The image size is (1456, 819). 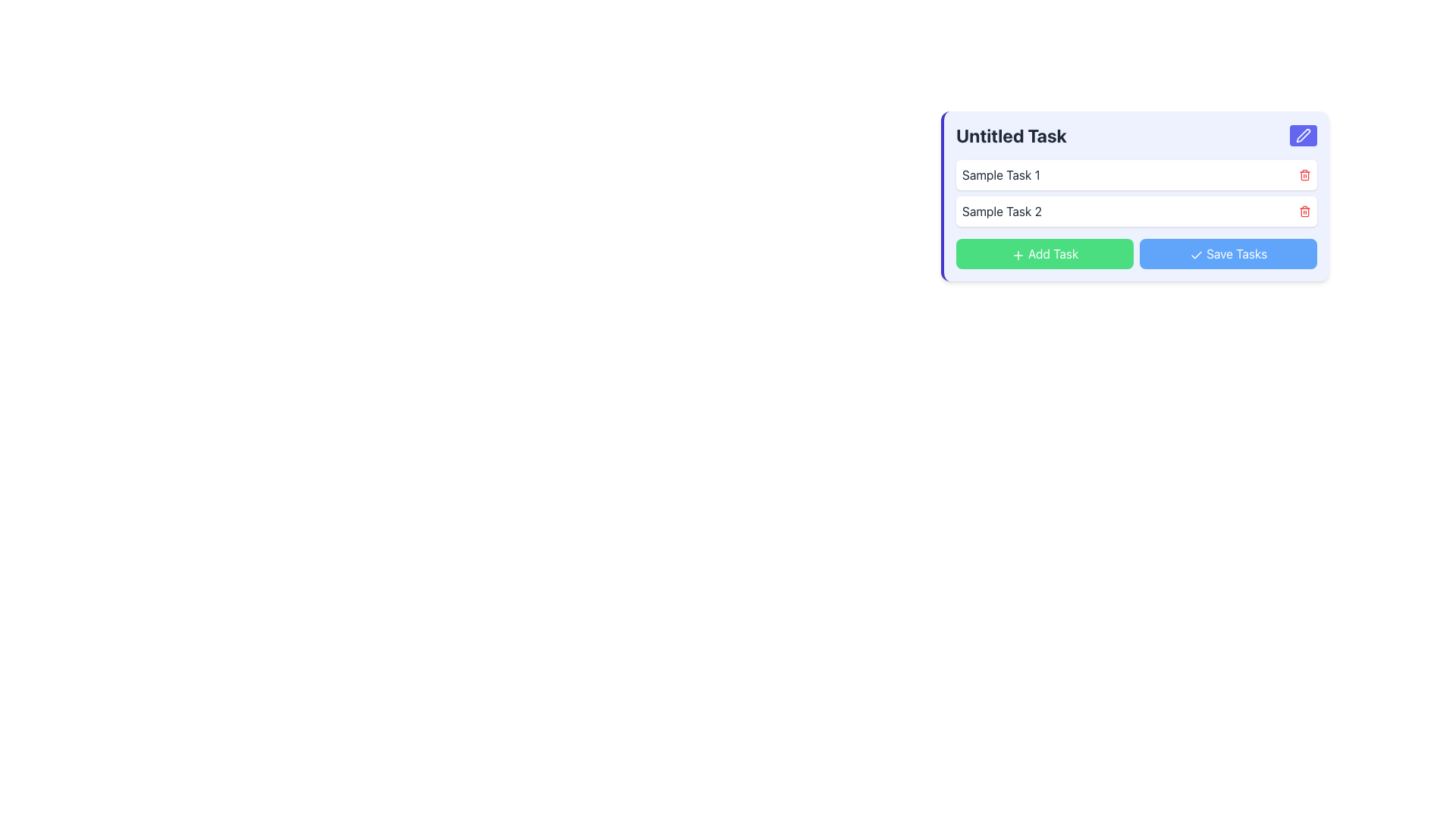 What do you see at coordinates (1018, 254) in the screenshot?
I see `the '+' icon located centrally within the green 'Add Task' button at the bottom left of the interface panel` at bounding box center [1018, 254].